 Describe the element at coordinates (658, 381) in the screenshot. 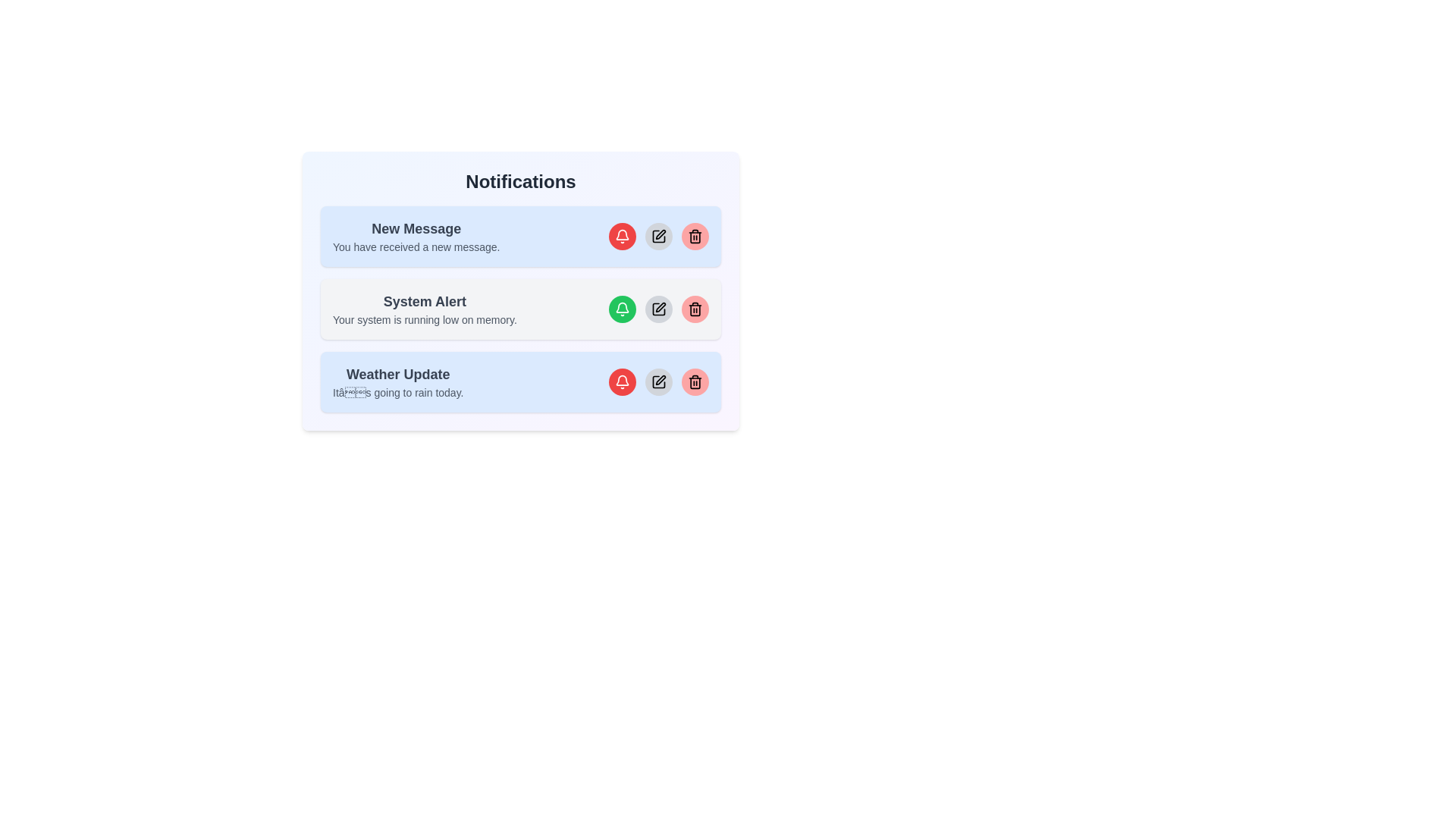

I see `the edit button for the notification titled 'Weather Update'` at that location.